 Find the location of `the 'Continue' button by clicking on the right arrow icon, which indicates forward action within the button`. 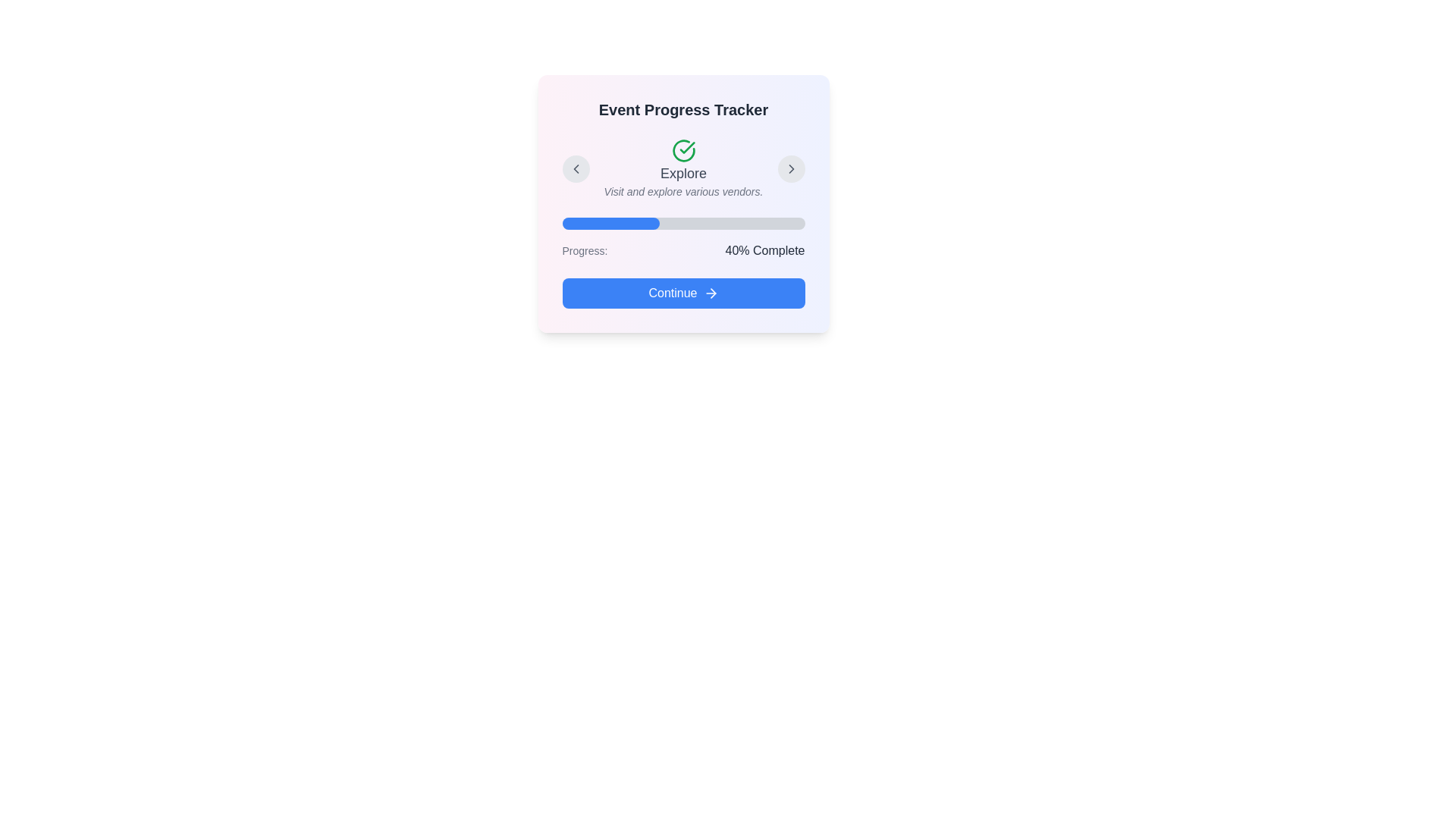

the 'Continue' button by clicking on the right arrow icon, which indicates forward action within the button is located at coordinates (712, 293).